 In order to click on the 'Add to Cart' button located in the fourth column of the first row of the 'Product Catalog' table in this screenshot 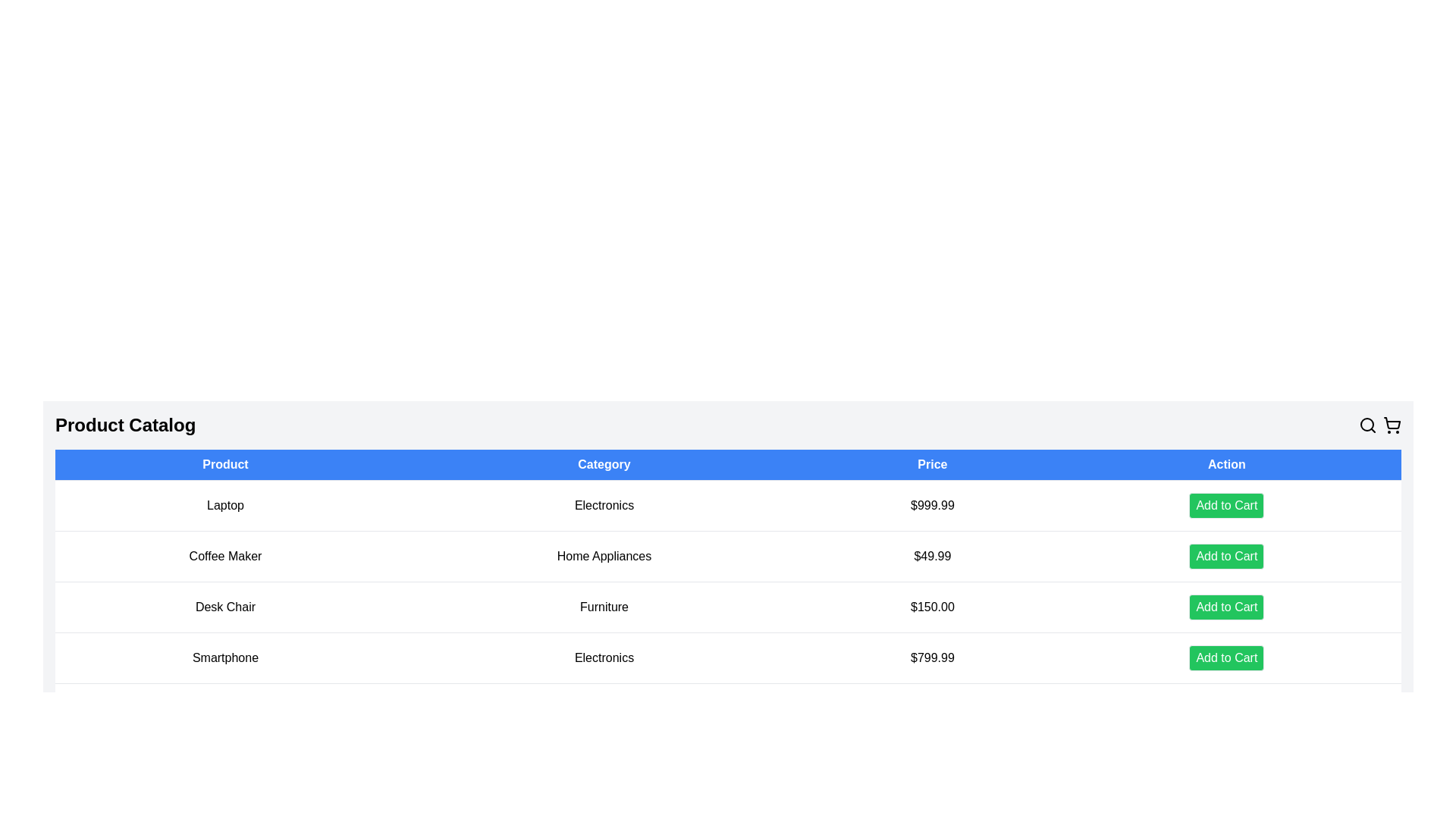, I will do `click(1226, 506)`.